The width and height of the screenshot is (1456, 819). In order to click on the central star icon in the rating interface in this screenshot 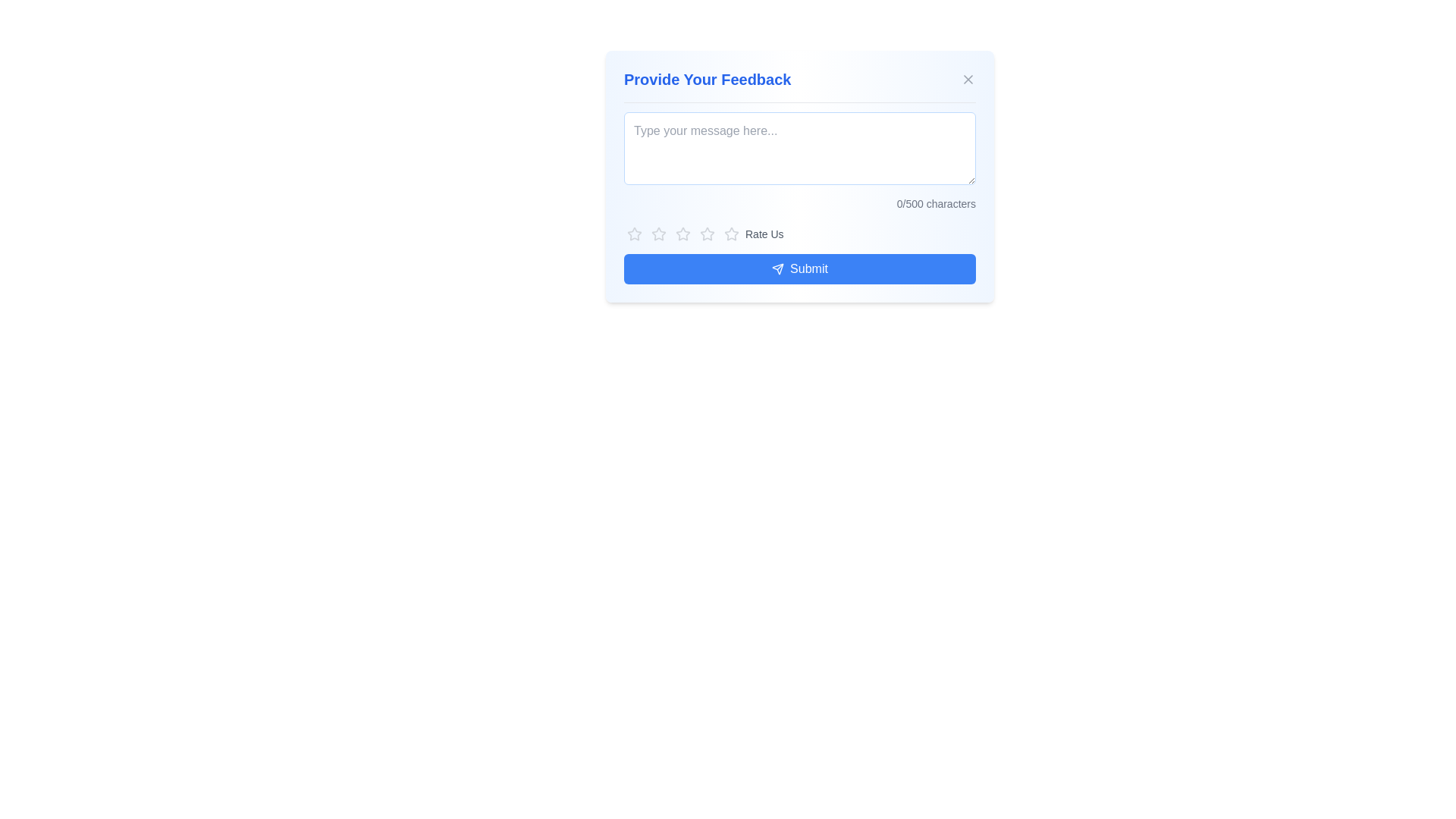, I will do `click(731, 234)`.